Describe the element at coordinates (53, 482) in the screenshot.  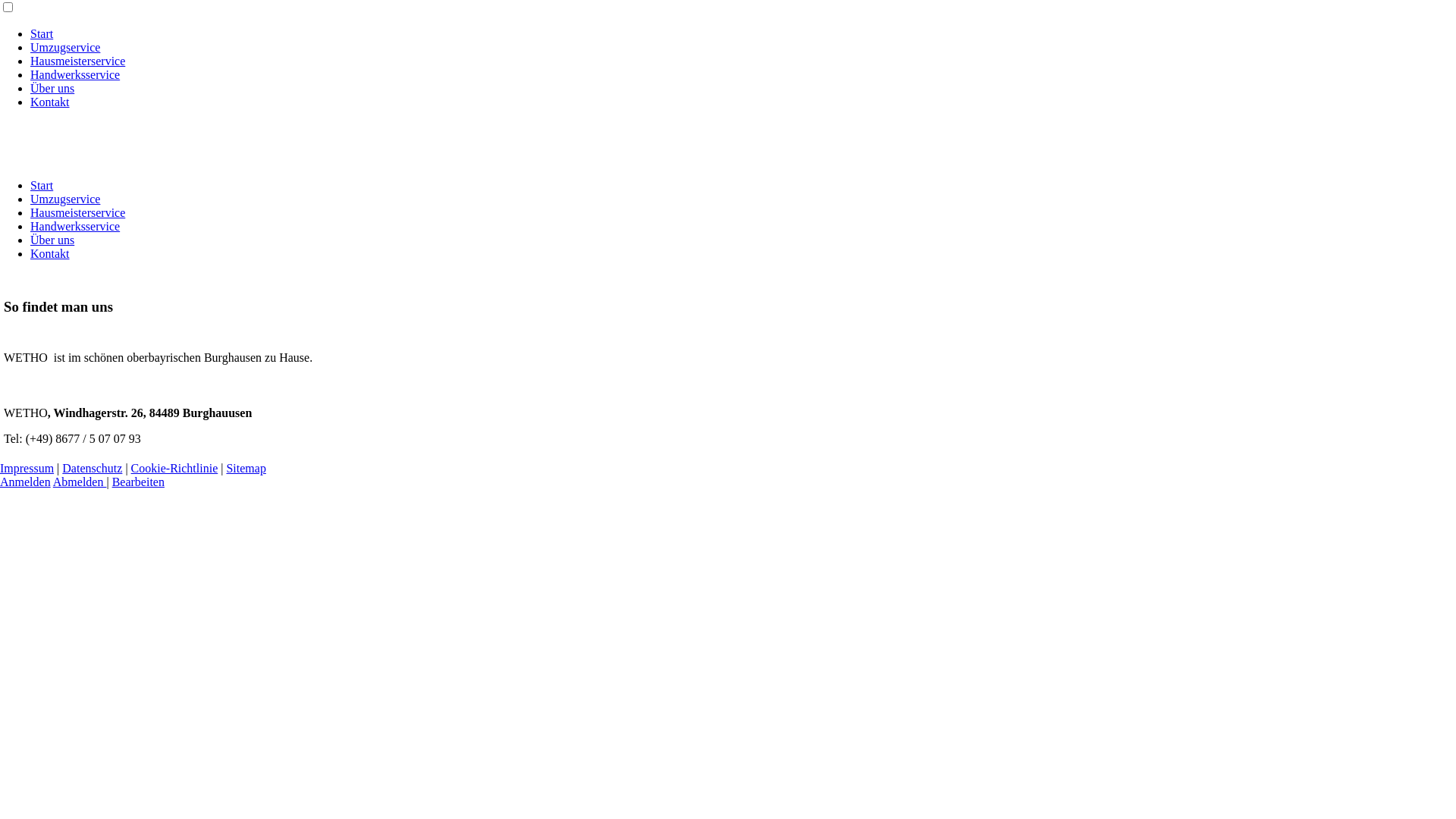
I see `'Abmelden'` at that location.